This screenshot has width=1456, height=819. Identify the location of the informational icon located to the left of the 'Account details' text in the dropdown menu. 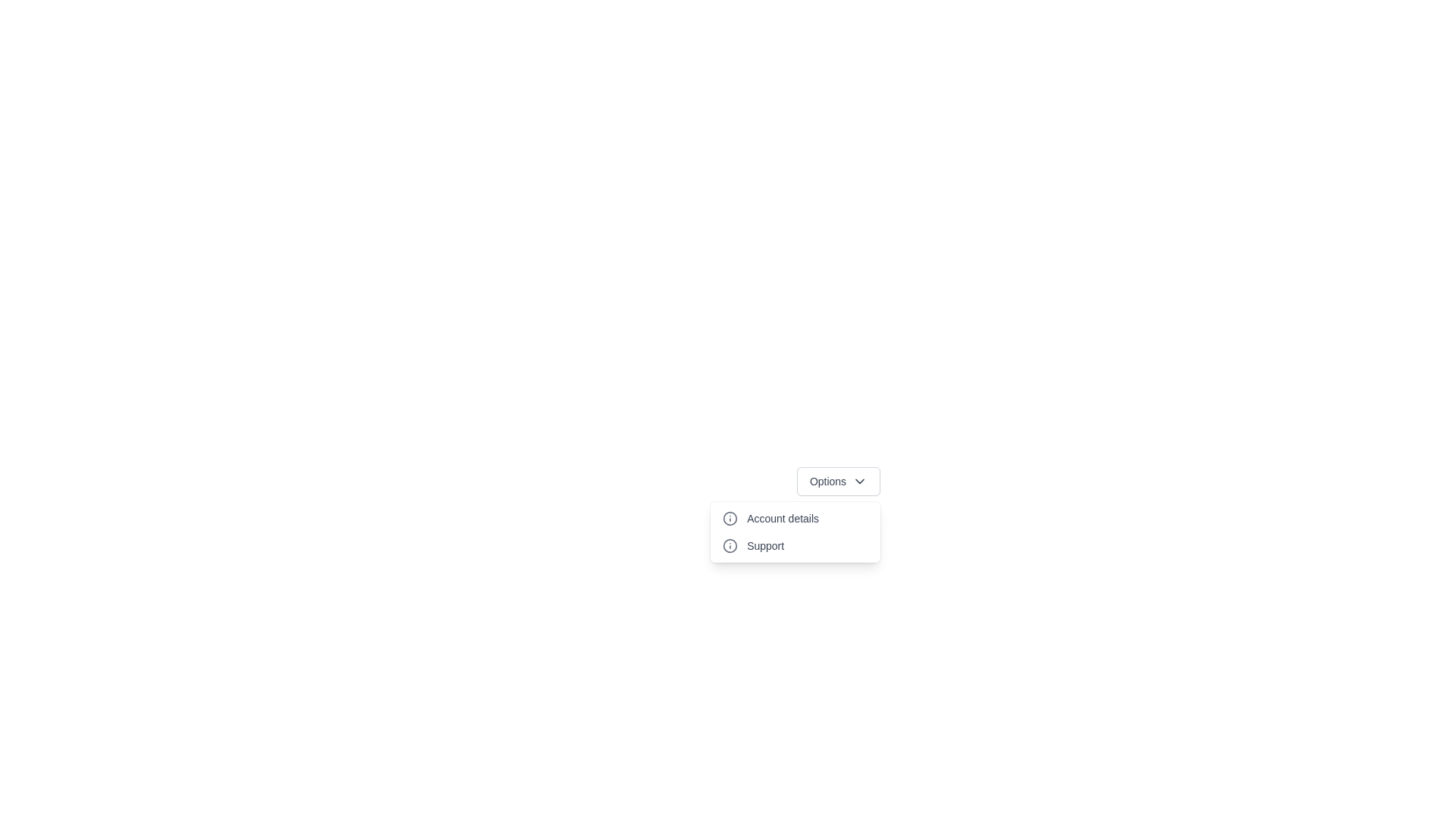
(730, 517).